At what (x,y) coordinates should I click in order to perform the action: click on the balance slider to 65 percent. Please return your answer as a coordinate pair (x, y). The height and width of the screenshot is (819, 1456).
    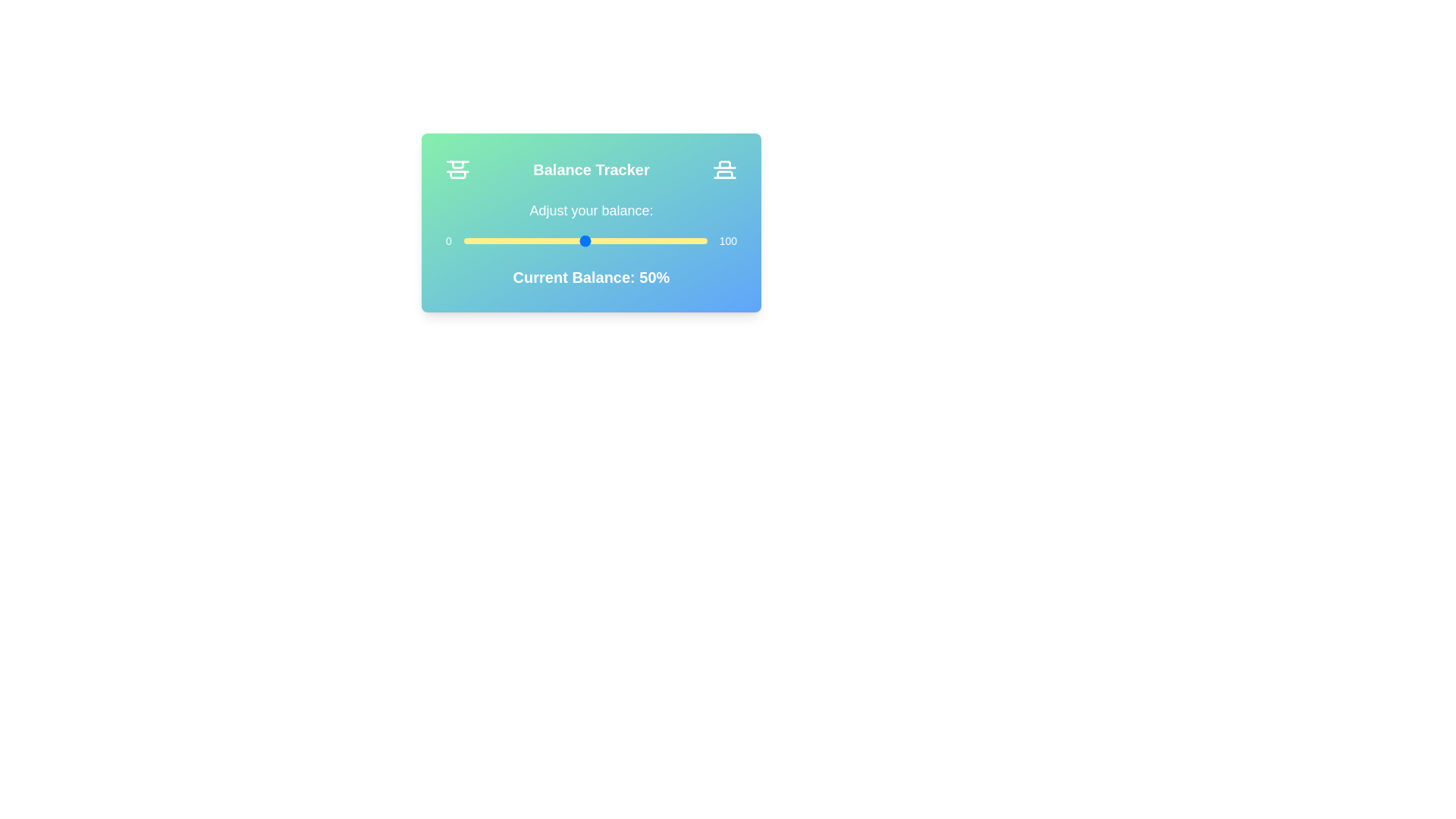
    Looking at the image, I should click on (622, 240).